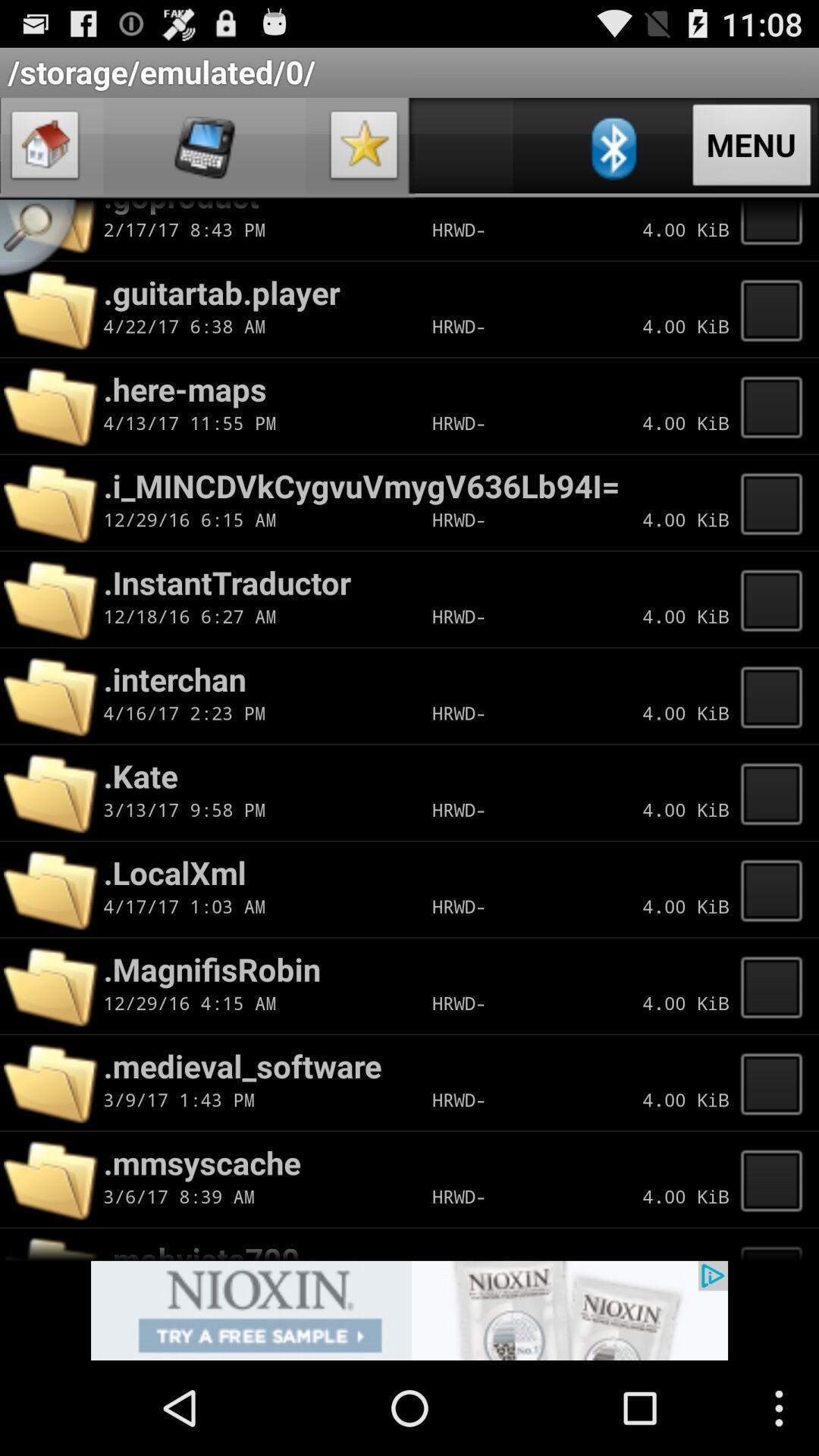  Describe the element at coordinates (776, 1244) in the screenshot. I see `list` at that location.